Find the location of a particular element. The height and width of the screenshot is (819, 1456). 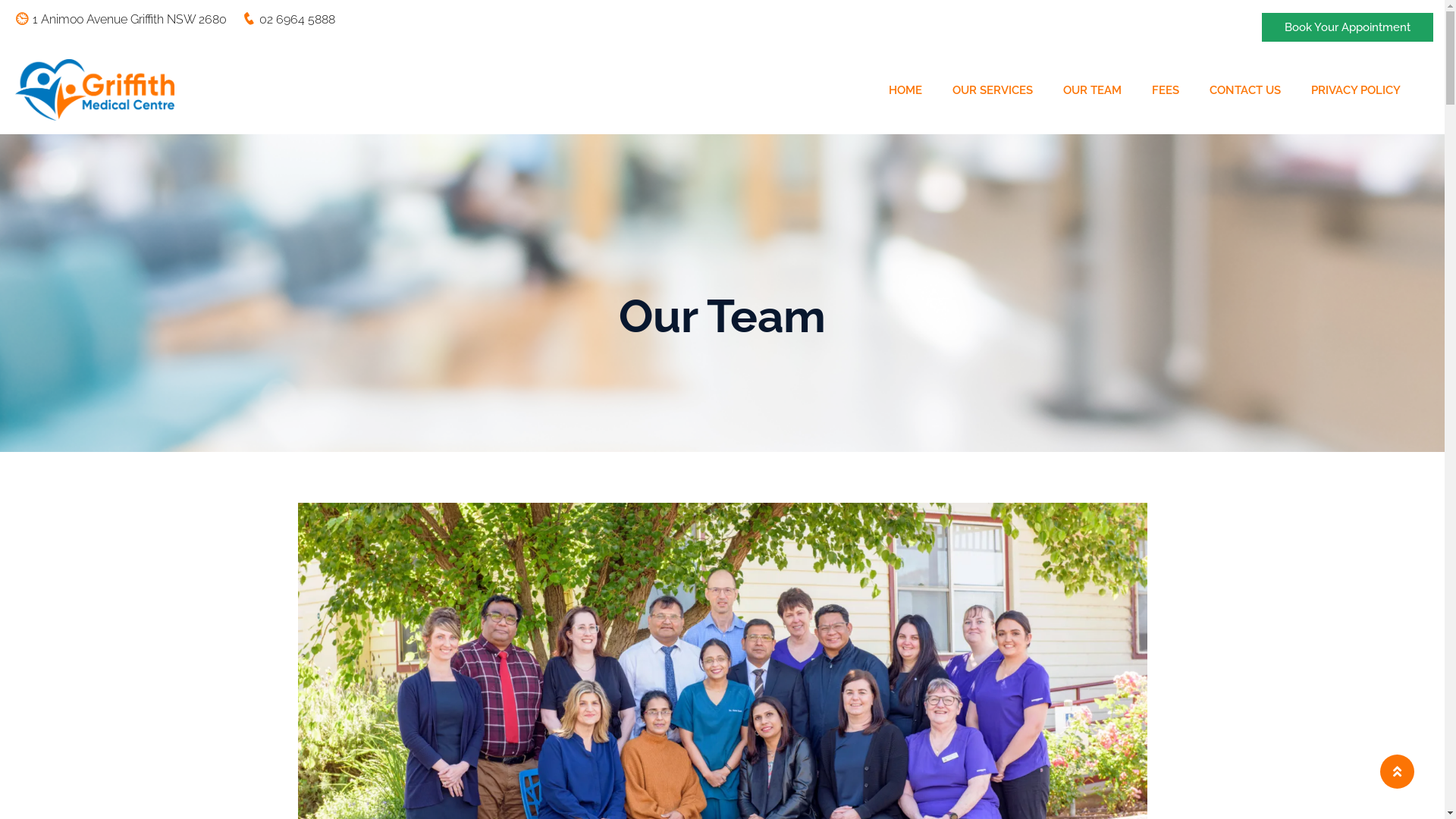

'OUR TEAM' is located at coordinates (1092, 90).